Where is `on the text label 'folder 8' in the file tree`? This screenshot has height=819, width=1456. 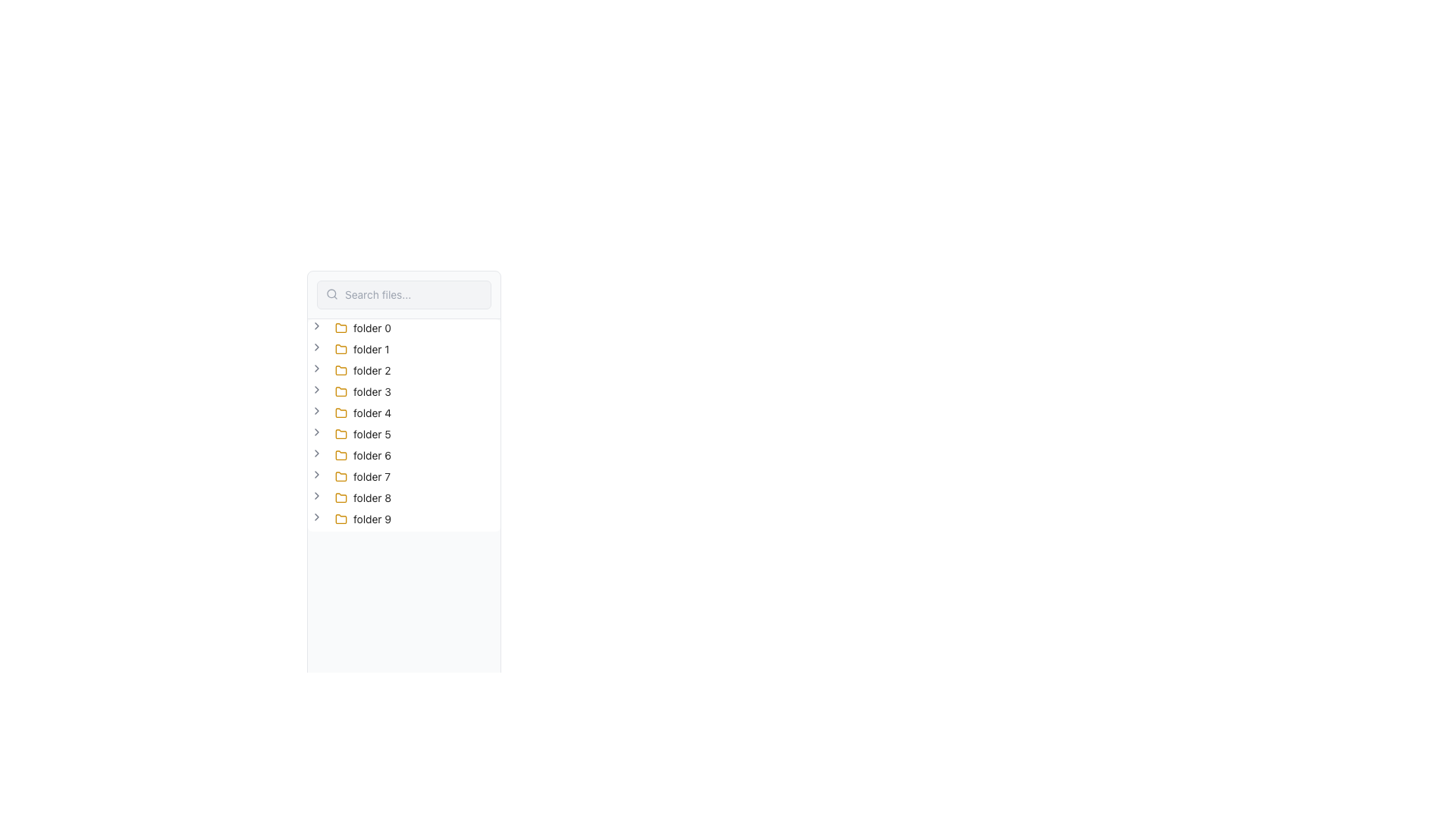 on the text label 'folder 8' in the file tree is located at coordinates (362, 497).